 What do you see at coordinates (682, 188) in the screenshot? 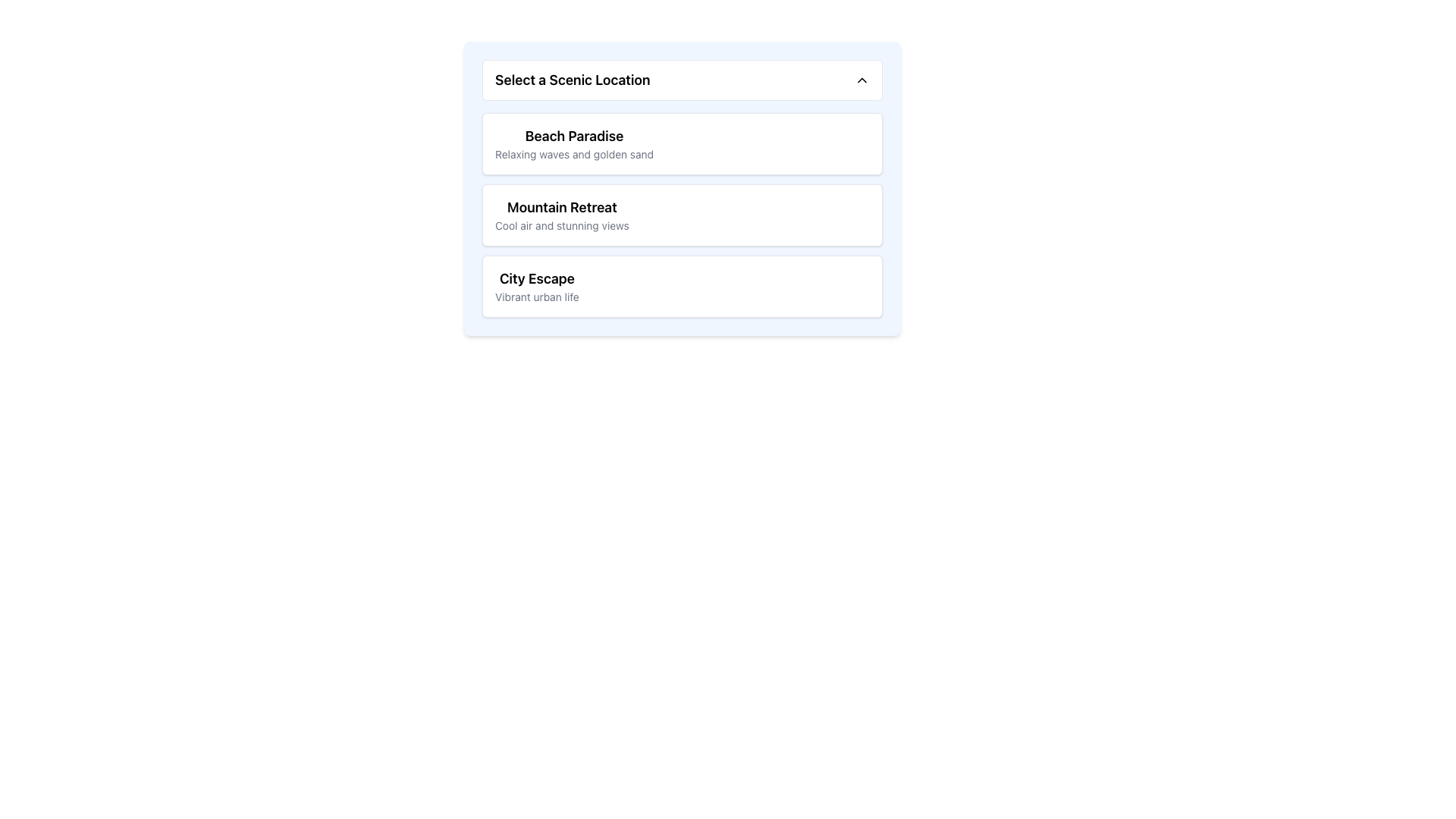
I see `the 'Mountain Retreat' option in the dropdown list labeled 'Select a Scenic Location'` at bounding box center [682, 188].